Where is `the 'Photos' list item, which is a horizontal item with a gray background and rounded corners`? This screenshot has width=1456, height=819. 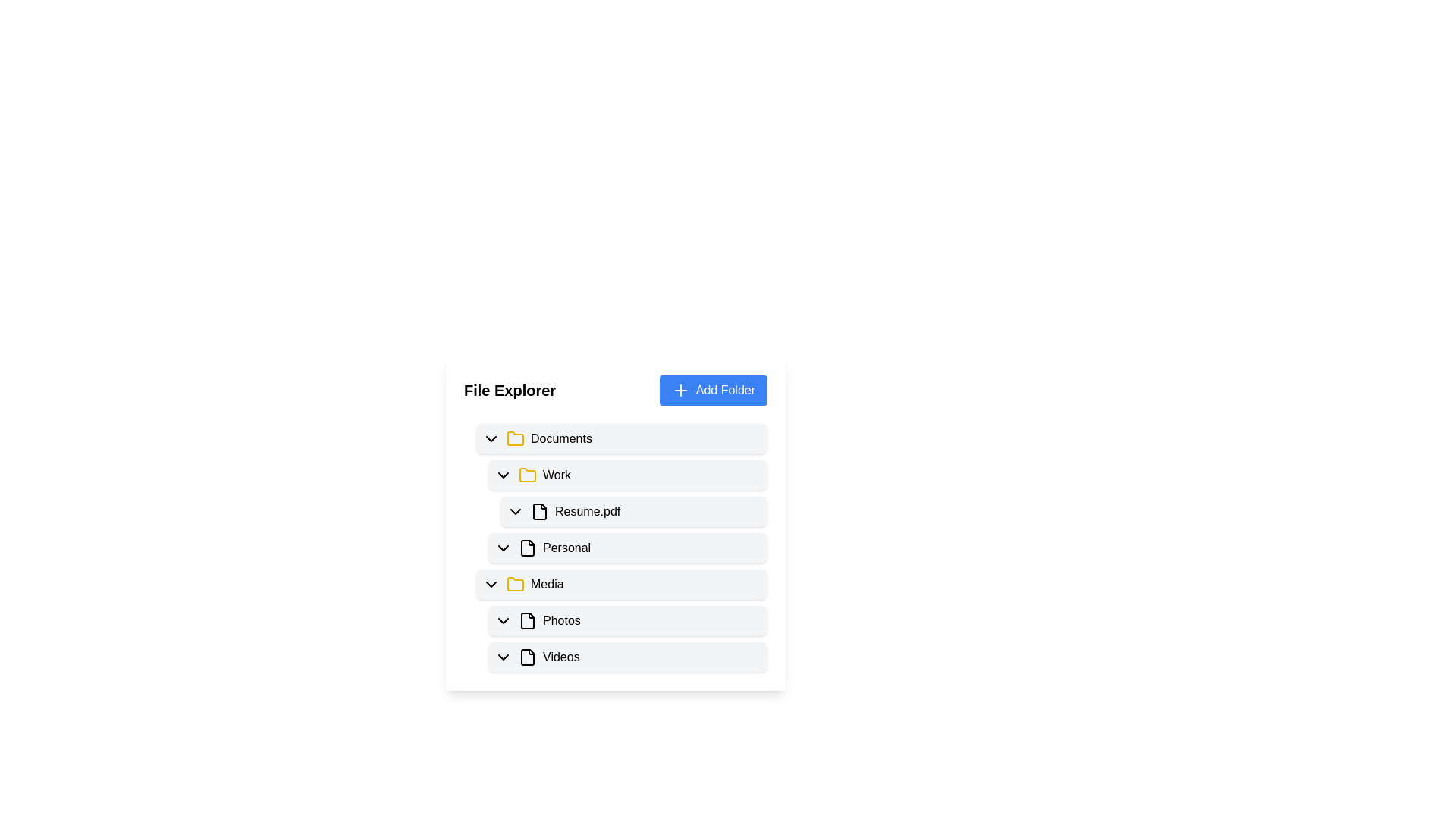 the 'Photos' list item, which is a horizontal item with a gray background and rounded corners is located at coordinates (622, 617).